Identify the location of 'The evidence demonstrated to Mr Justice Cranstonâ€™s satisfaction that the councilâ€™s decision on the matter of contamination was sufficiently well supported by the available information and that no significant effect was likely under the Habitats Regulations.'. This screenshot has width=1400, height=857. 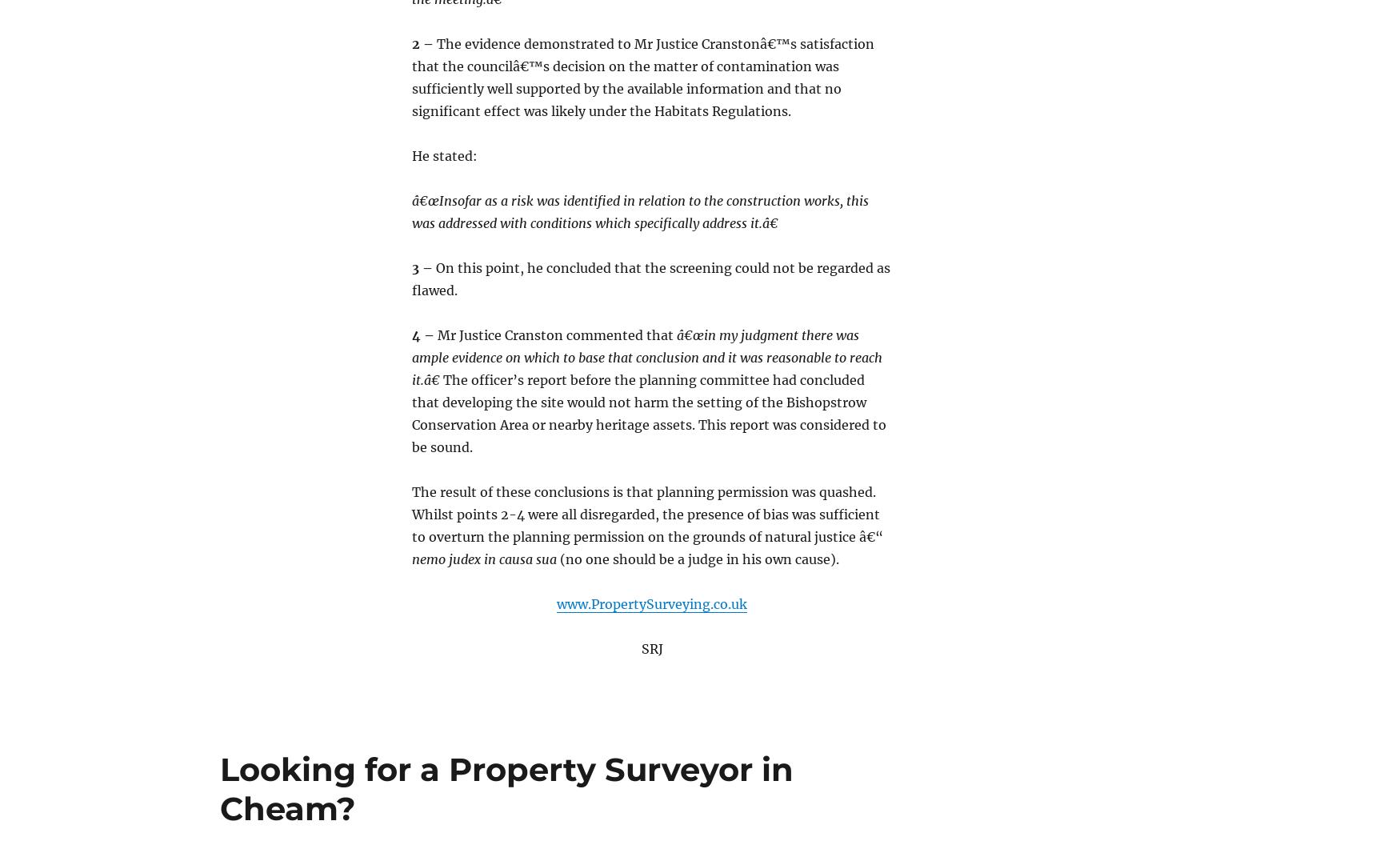
(642, 76).